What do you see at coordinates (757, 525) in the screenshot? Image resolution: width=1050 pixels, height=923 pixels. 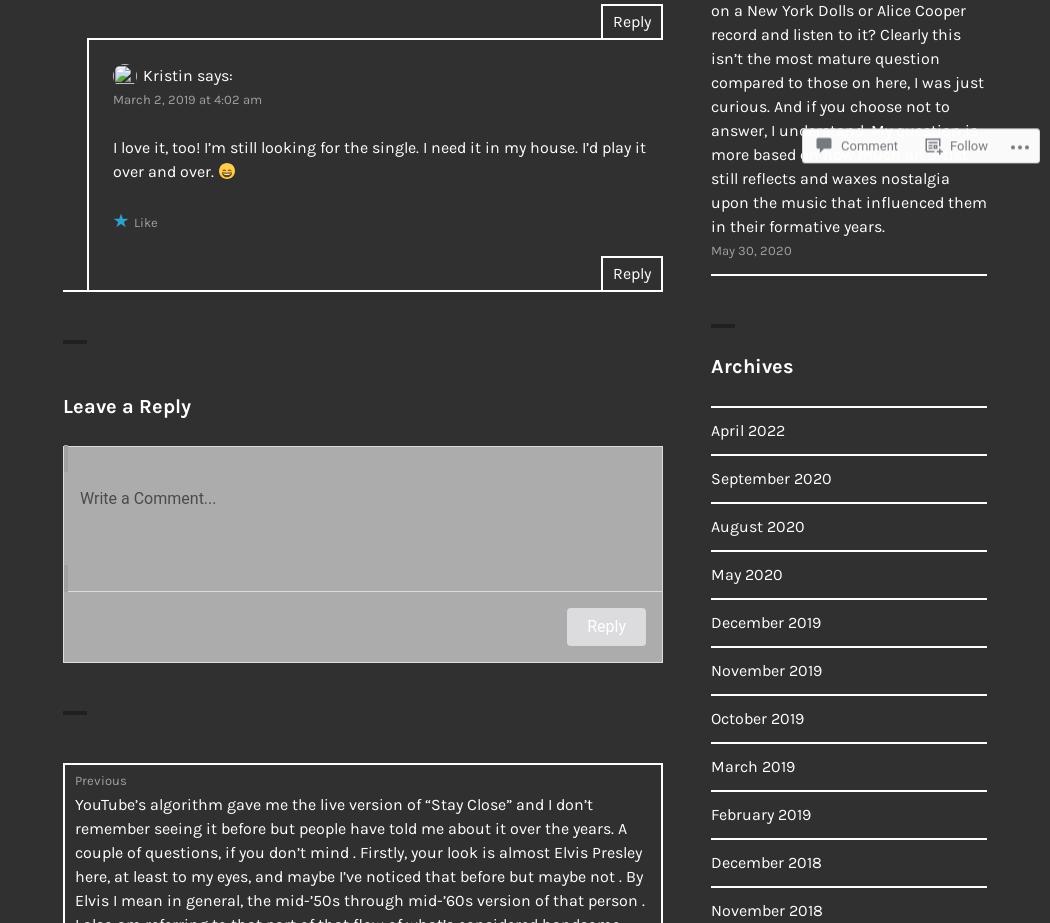 I see `'August 2020'` at bounding box center [757, 525].